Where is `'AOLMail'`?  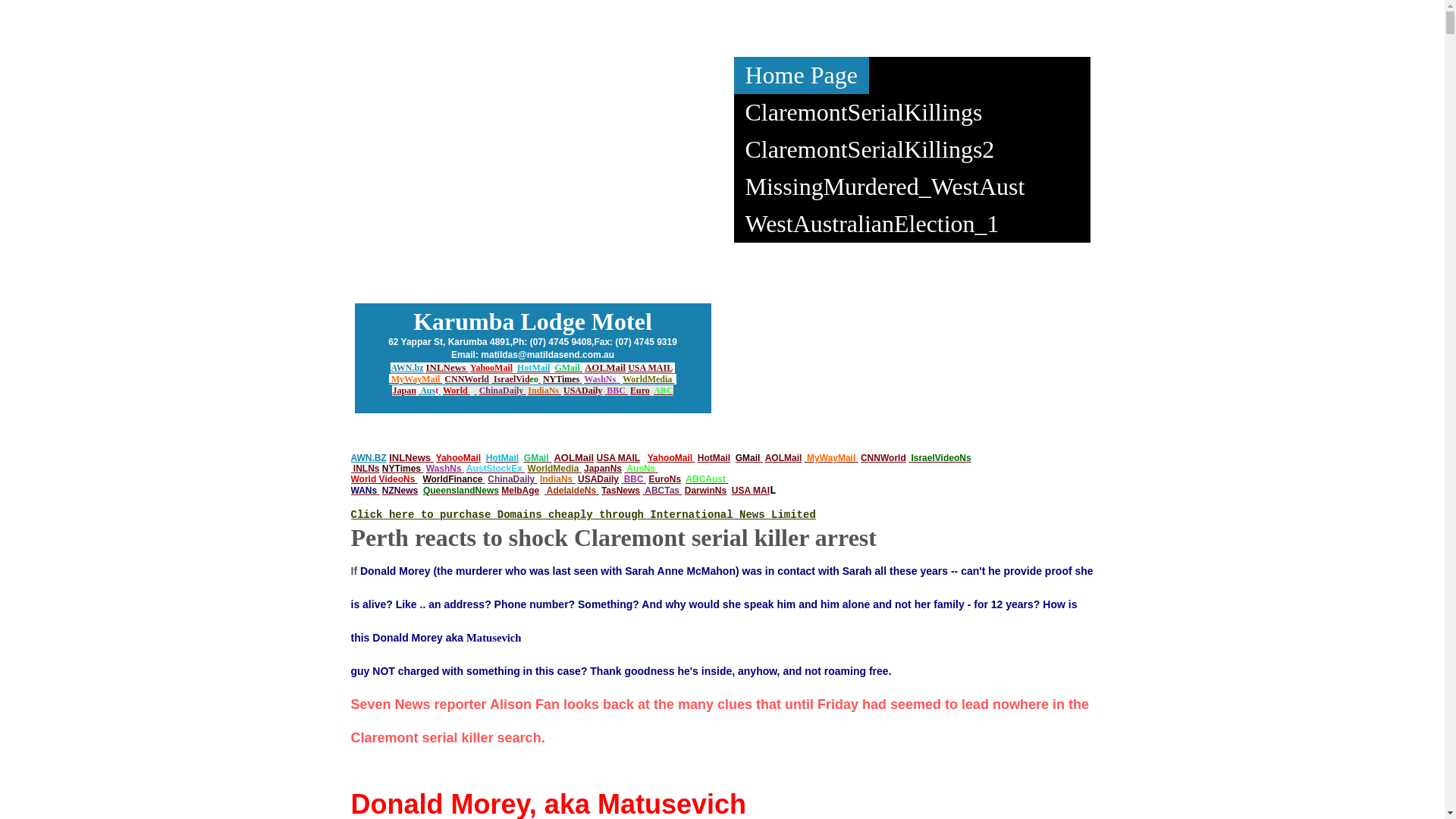
'AOLMail' is located at coordinates (604, 367).